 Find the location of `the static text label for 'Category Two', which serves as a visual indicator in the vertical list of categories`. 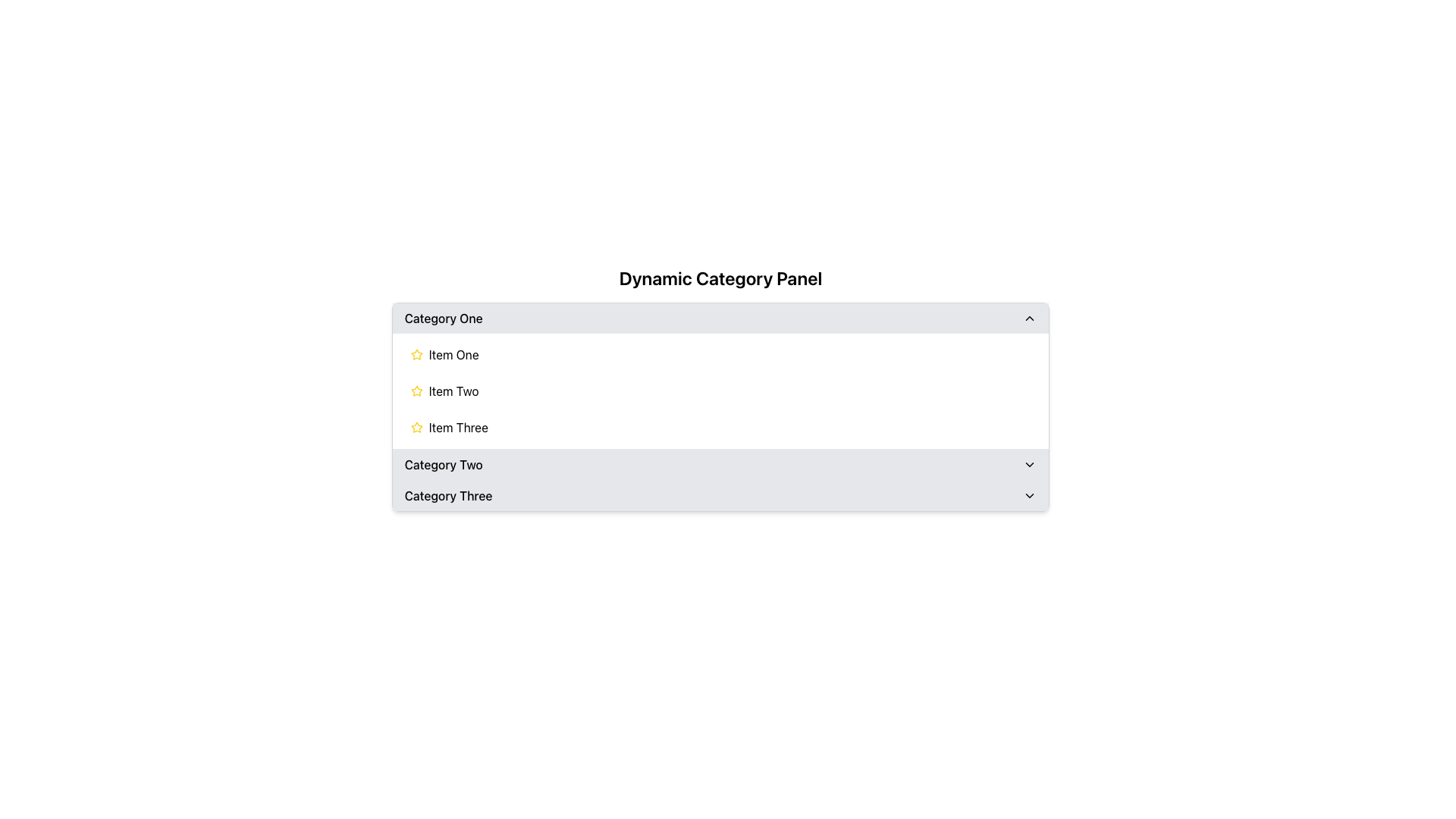

the static text label for 'Category Two', which serves as a visual indicator in the vertical list of categories is located at coordinates (443, 464).